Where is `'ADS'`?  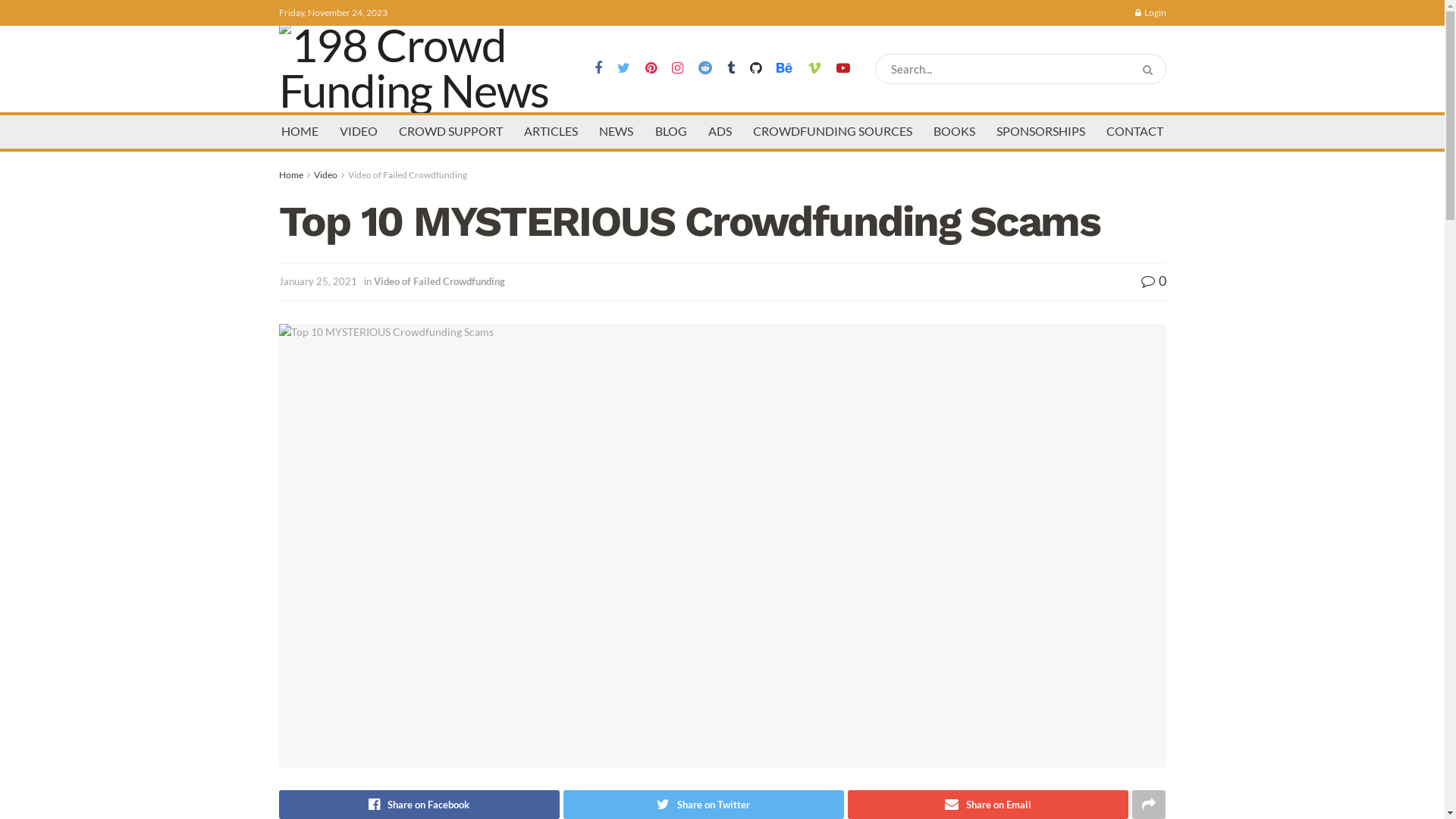 'ADS' is located at coordinates (708, 130).